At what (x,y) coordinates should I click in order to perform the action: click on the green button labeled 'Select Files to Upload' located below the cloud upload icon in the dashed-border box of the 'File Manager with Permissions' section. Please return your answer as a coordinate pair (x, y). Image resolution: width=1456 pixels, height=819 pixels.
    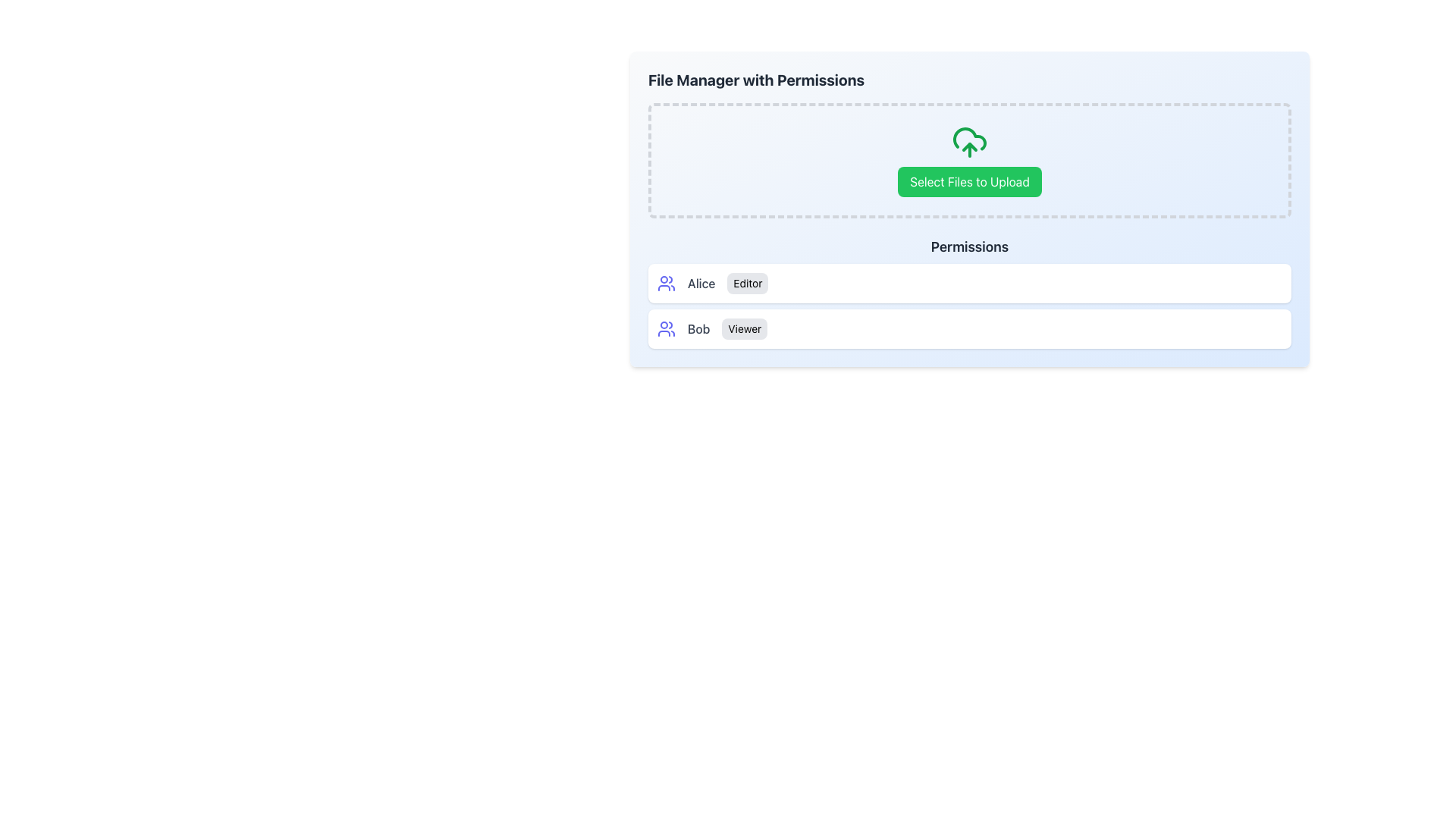
    Looking at the image, I should click on (968, 180).